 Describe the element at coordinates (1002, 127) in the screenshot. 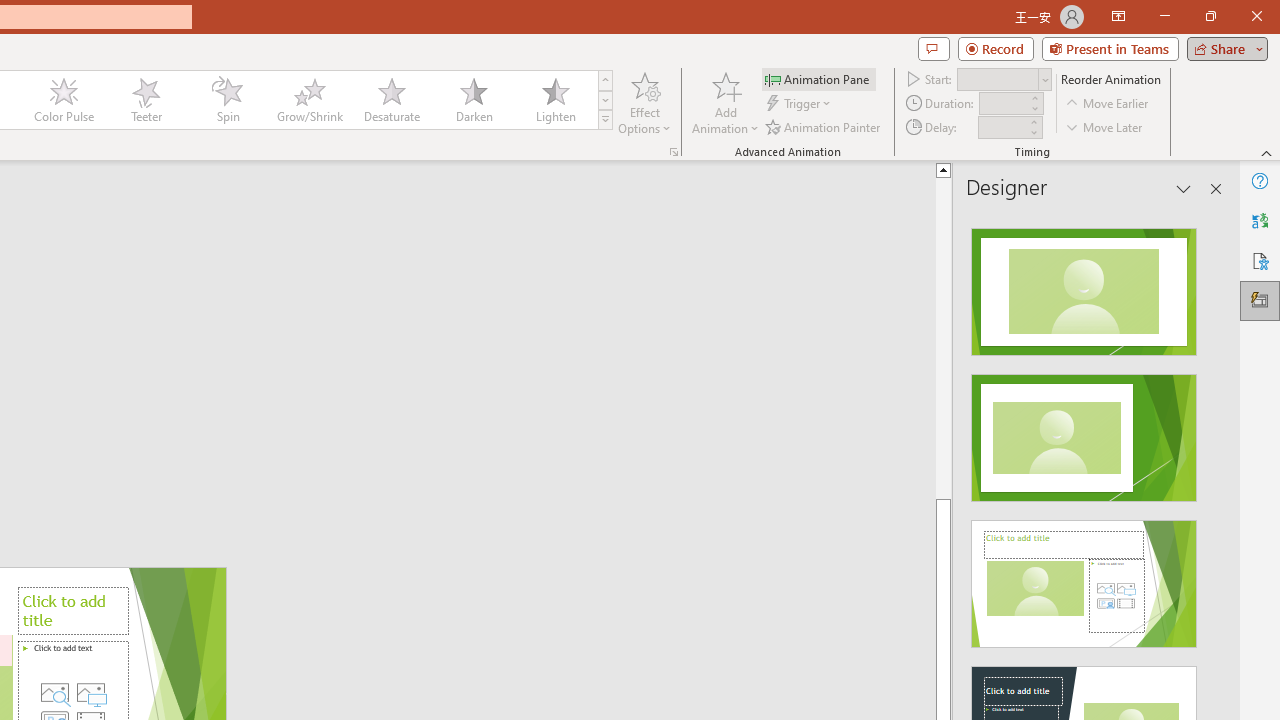

I see `'Animation Delay'` at that location.